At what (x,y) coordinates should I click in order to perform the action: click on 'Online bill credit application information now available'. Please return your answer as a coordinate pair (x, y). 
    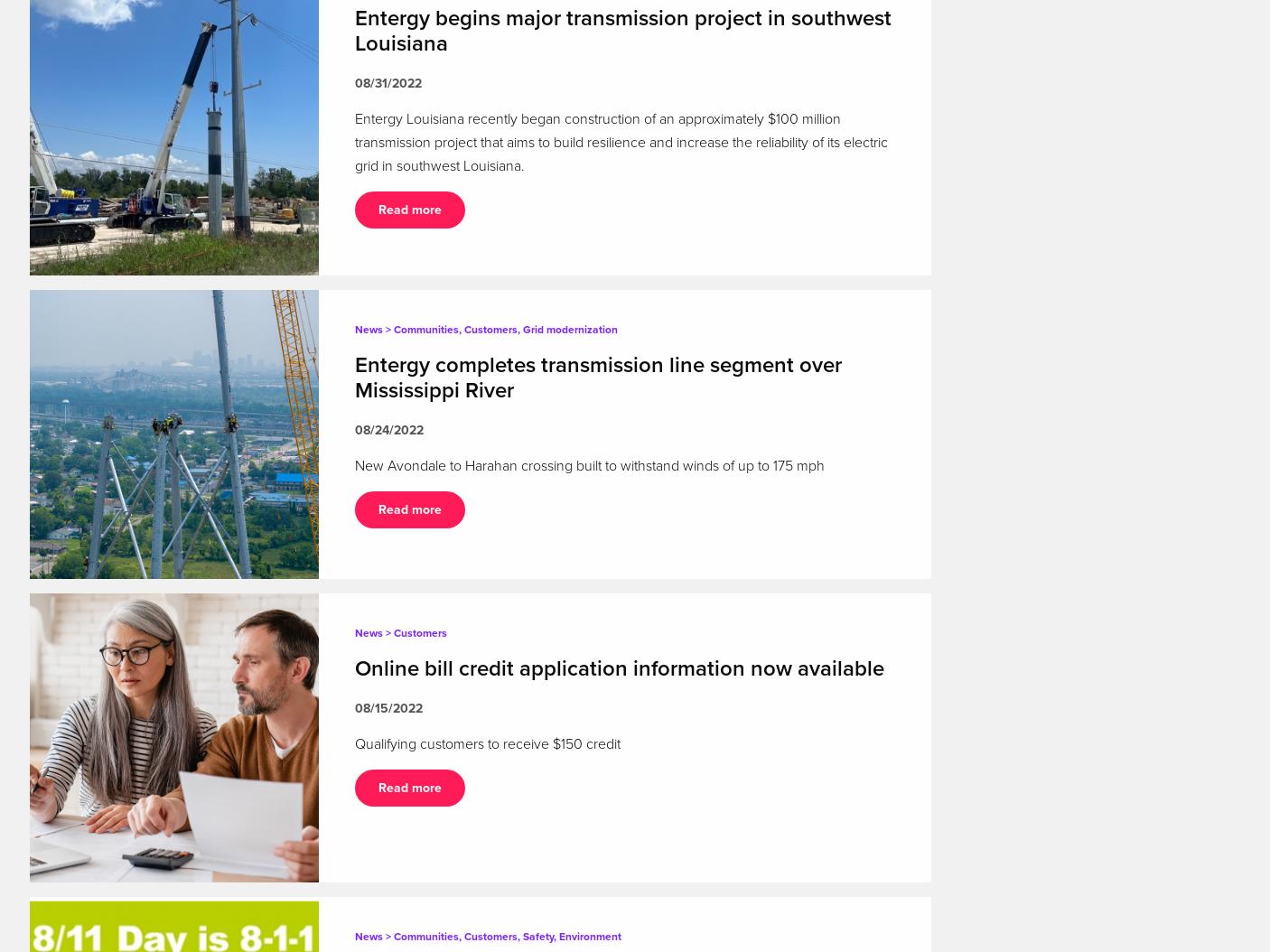
    Looking at the image, I should click on (354, 667).